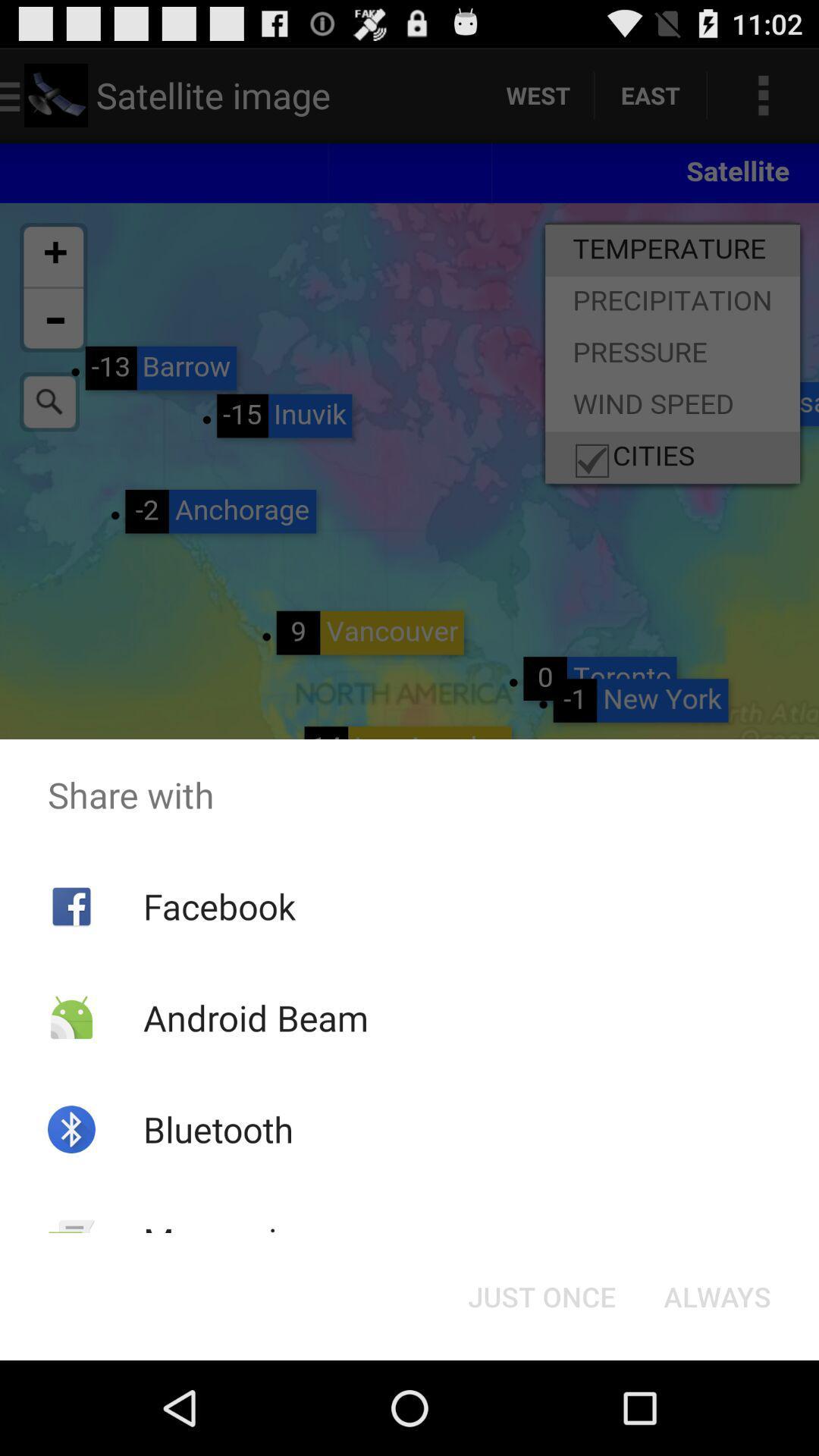 This screenshot has height=1456, width=819. Describe the element at coordinates (230, 1241) in the screenshot. I see `button to the left of just once icon` at that location.